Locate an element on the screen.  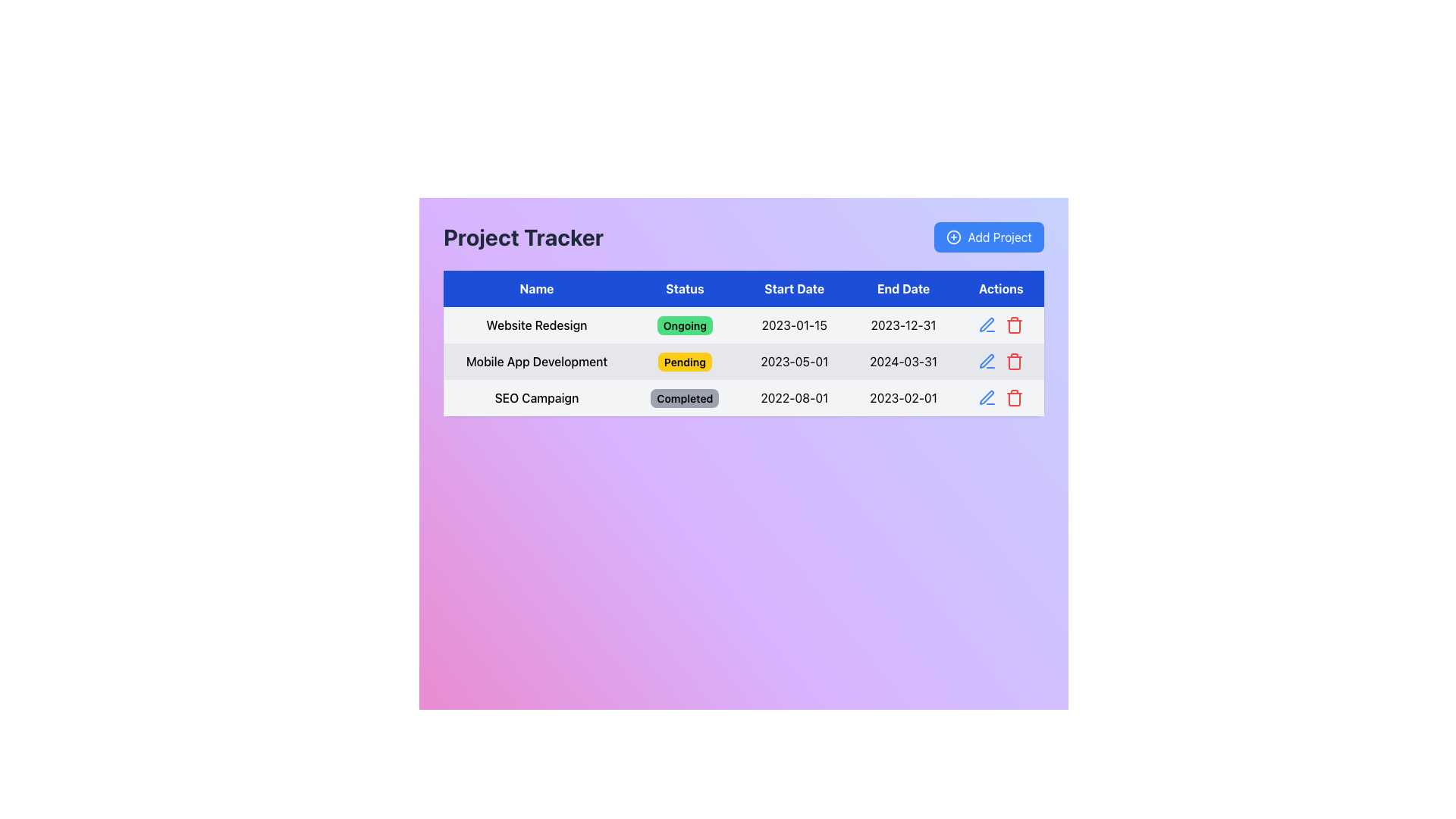
the text element displaying the end date for a project, located in the fifth column of the second row under the 'End Date' column is located at coordinates (903, 362).